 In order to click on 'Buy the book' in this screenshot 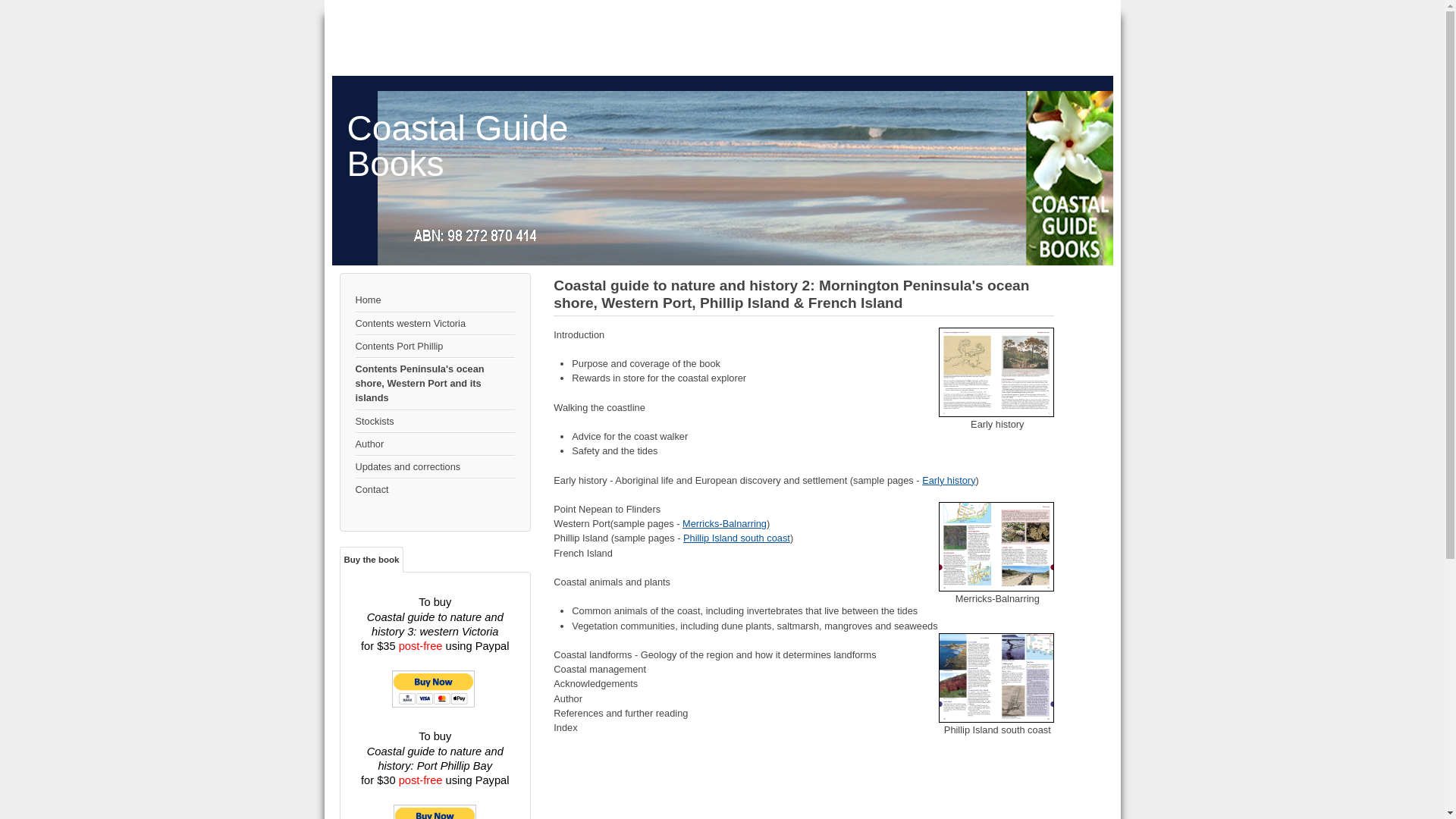, I will do `click(372, 559)`.